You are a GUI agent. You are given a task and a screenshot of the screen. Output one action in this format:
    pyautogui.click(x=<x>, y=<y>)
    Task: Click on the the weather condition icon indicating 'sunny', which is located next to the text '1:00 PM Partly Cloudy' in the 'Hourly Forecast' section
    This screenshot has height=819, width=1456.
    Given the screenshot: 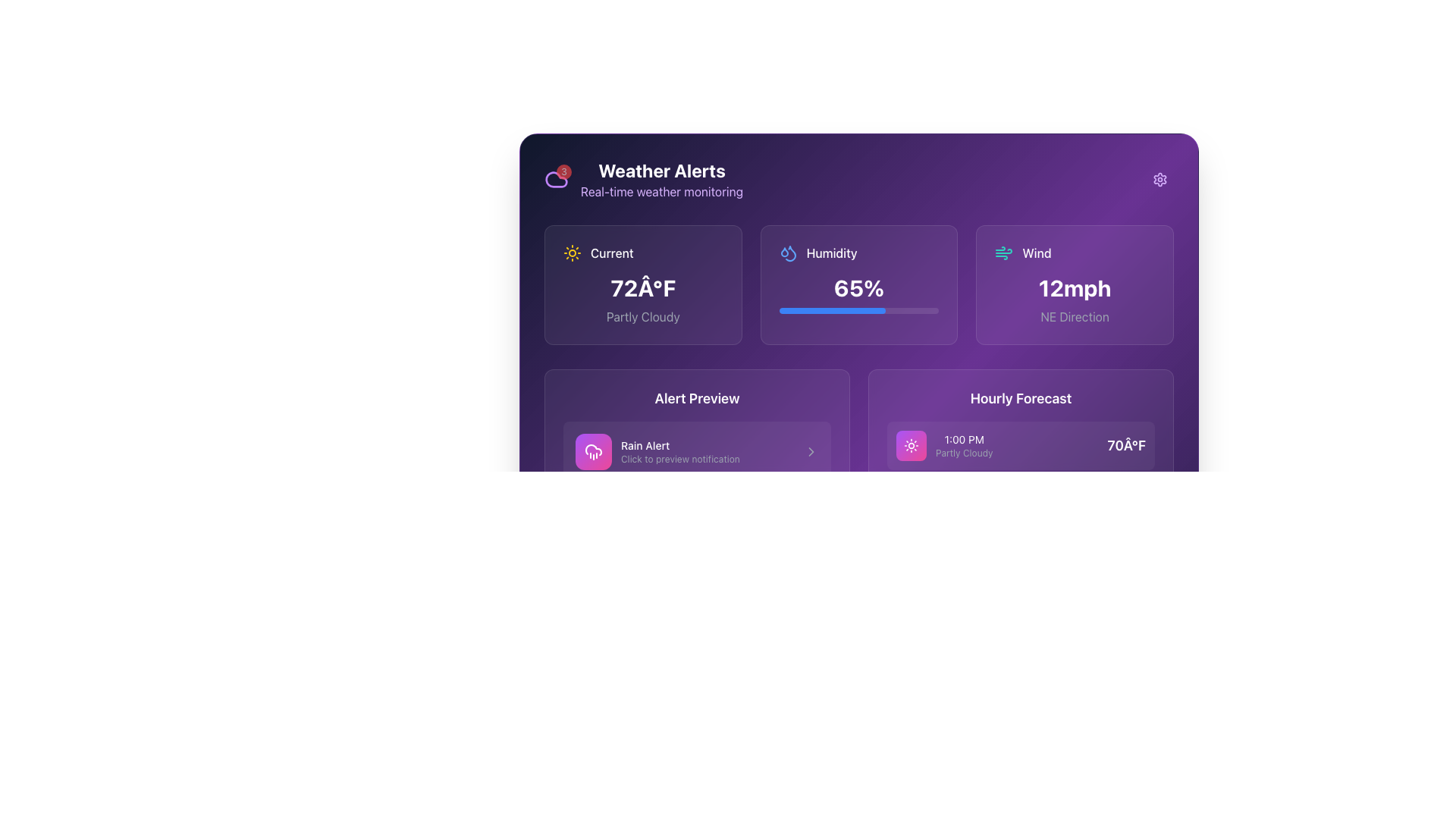 What is the action you would take?
    pyautogui.click(x=910, y=444)
    